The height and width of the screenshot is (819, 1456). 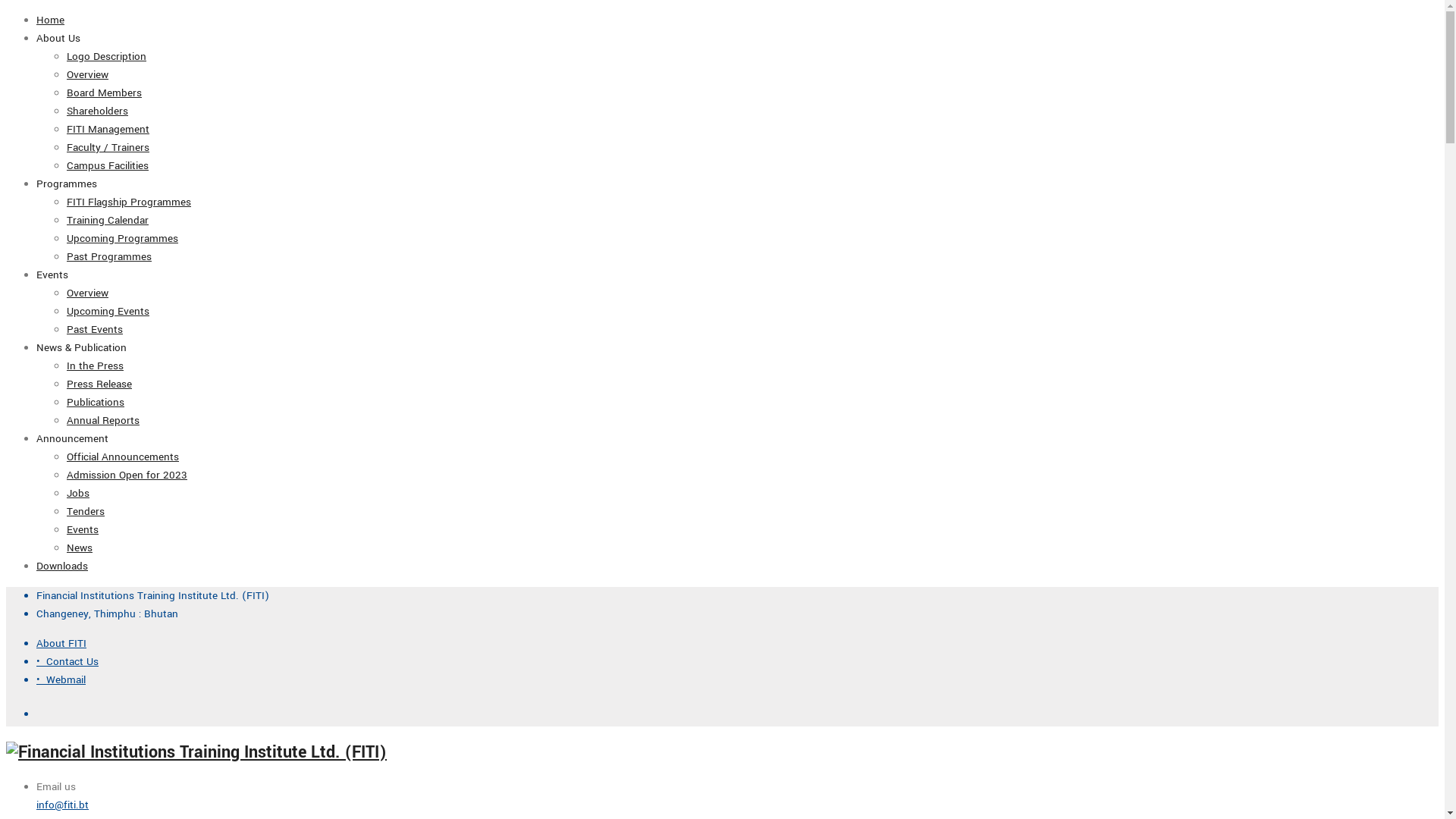 What do you see at coordinates (65, 93) in the screenshot?
I see `'Board Members'` at bounding box center [65, 93].